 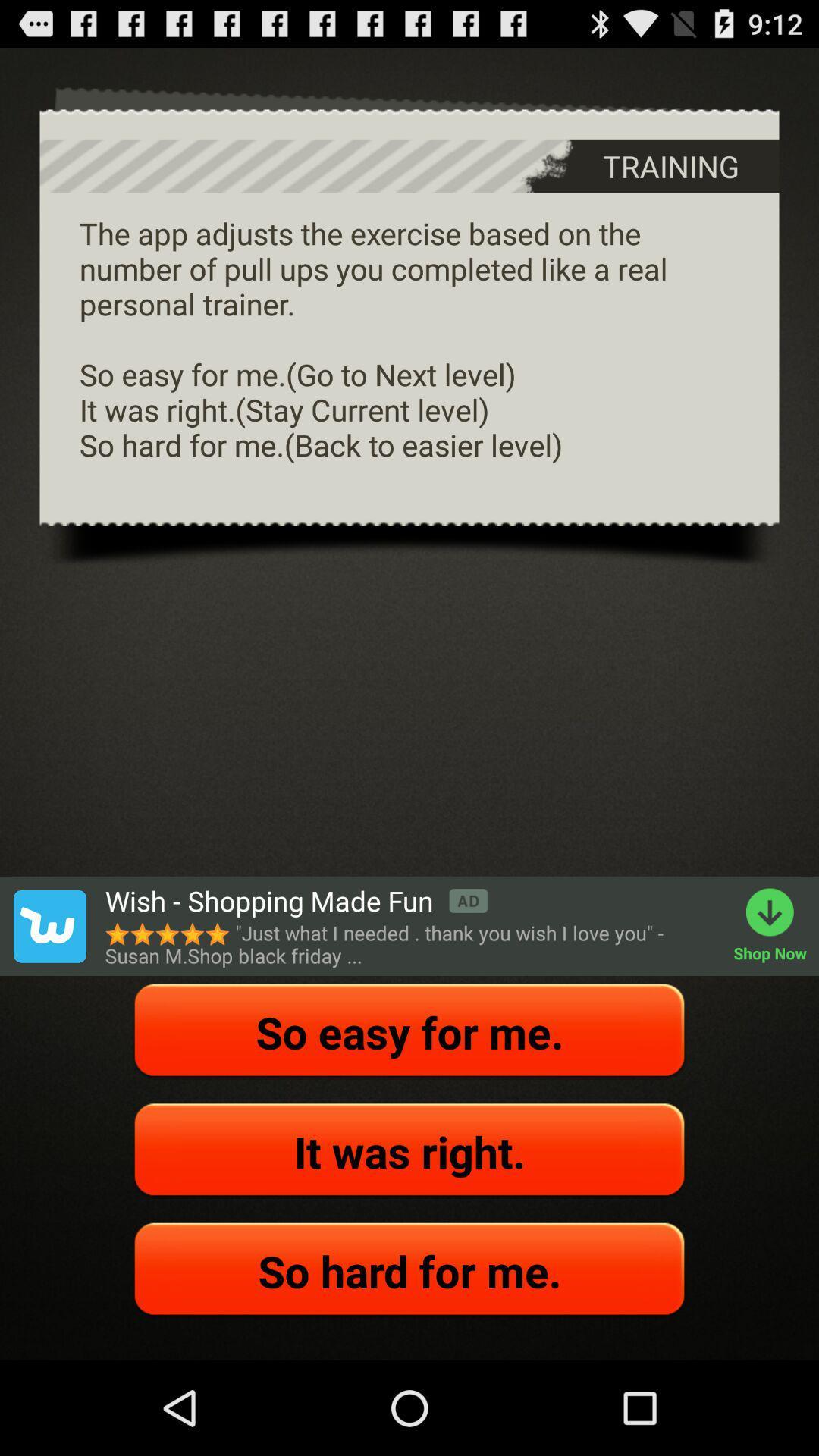 What do you see at coordinates (296, 901) in the screenshot?
I see `item to the left of shop now icon` at bounding box center [296, 901].